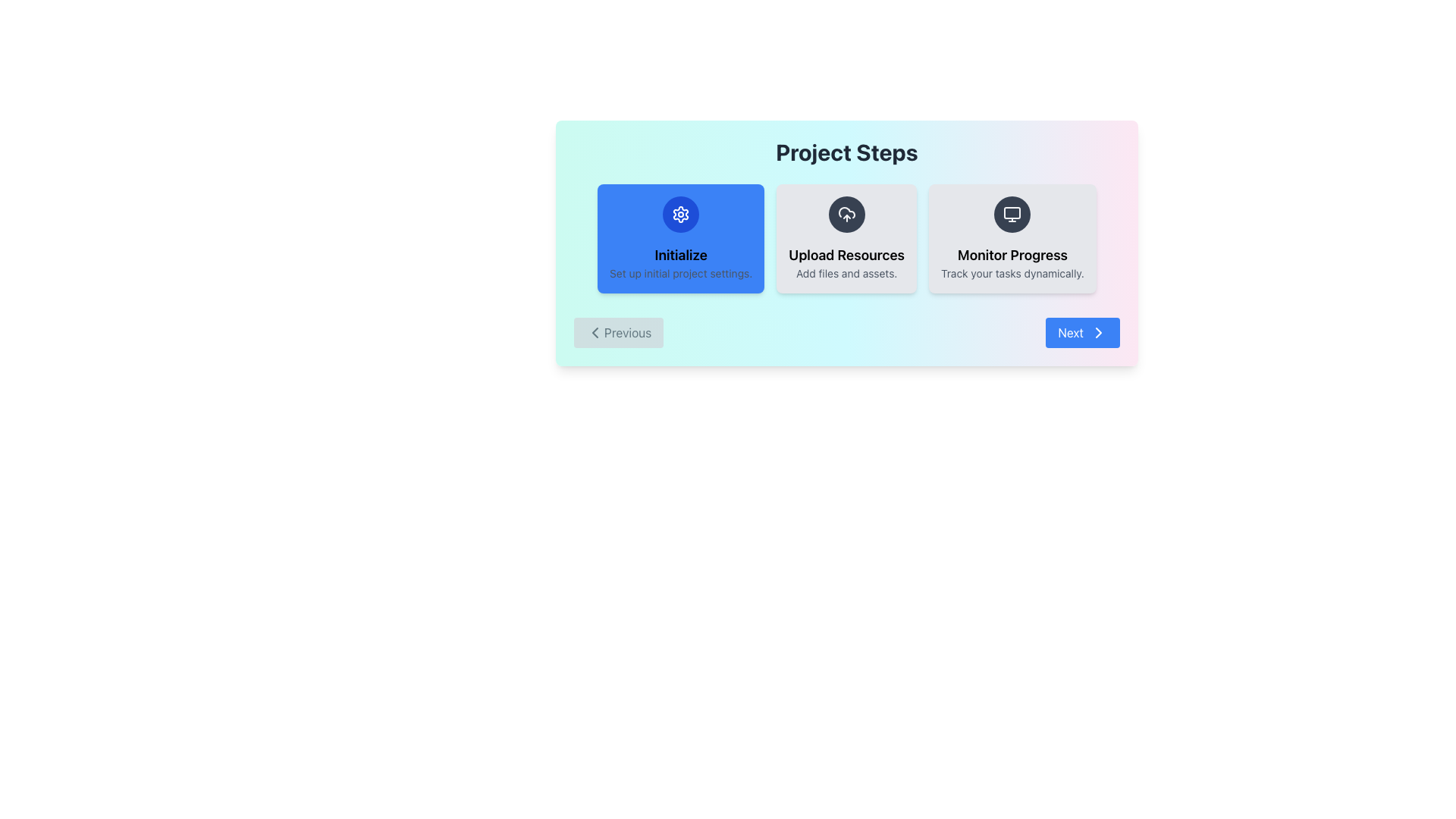 The height and width of the screenshot is (819, 1456). I want to click on the navigation icon located to the left of the 'Previous' button in the bottom-left corner of the interface, so click(595, 332).